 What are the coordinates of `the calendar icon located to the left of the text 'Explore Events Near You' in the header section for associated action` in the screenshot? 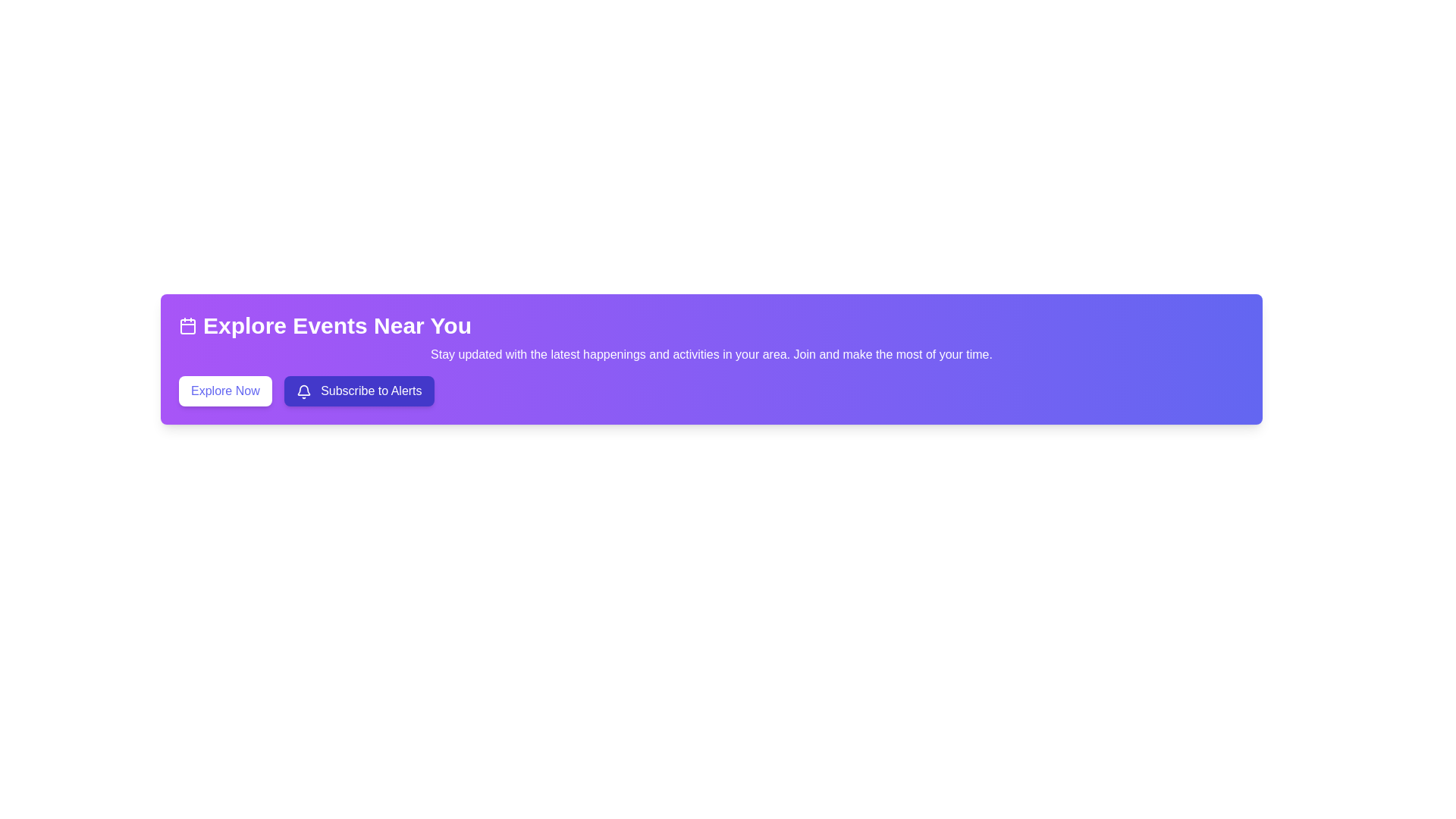 It's located at (187, 325).